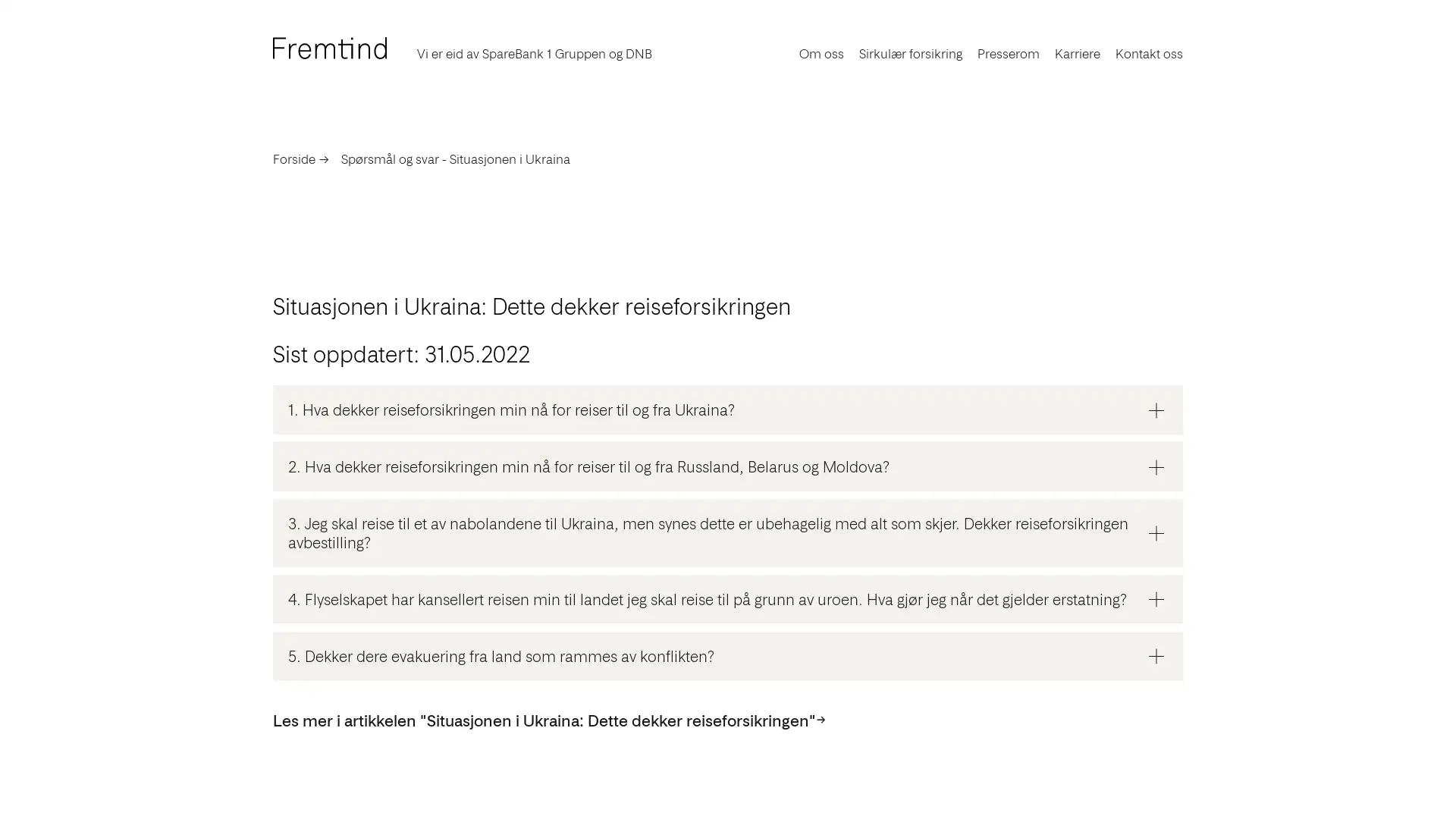  Describe the element at coordinates (728, 654) in the screenshot. I see `5. Dekker dere evakuering fra land som rammes av konflikten?` at that location.